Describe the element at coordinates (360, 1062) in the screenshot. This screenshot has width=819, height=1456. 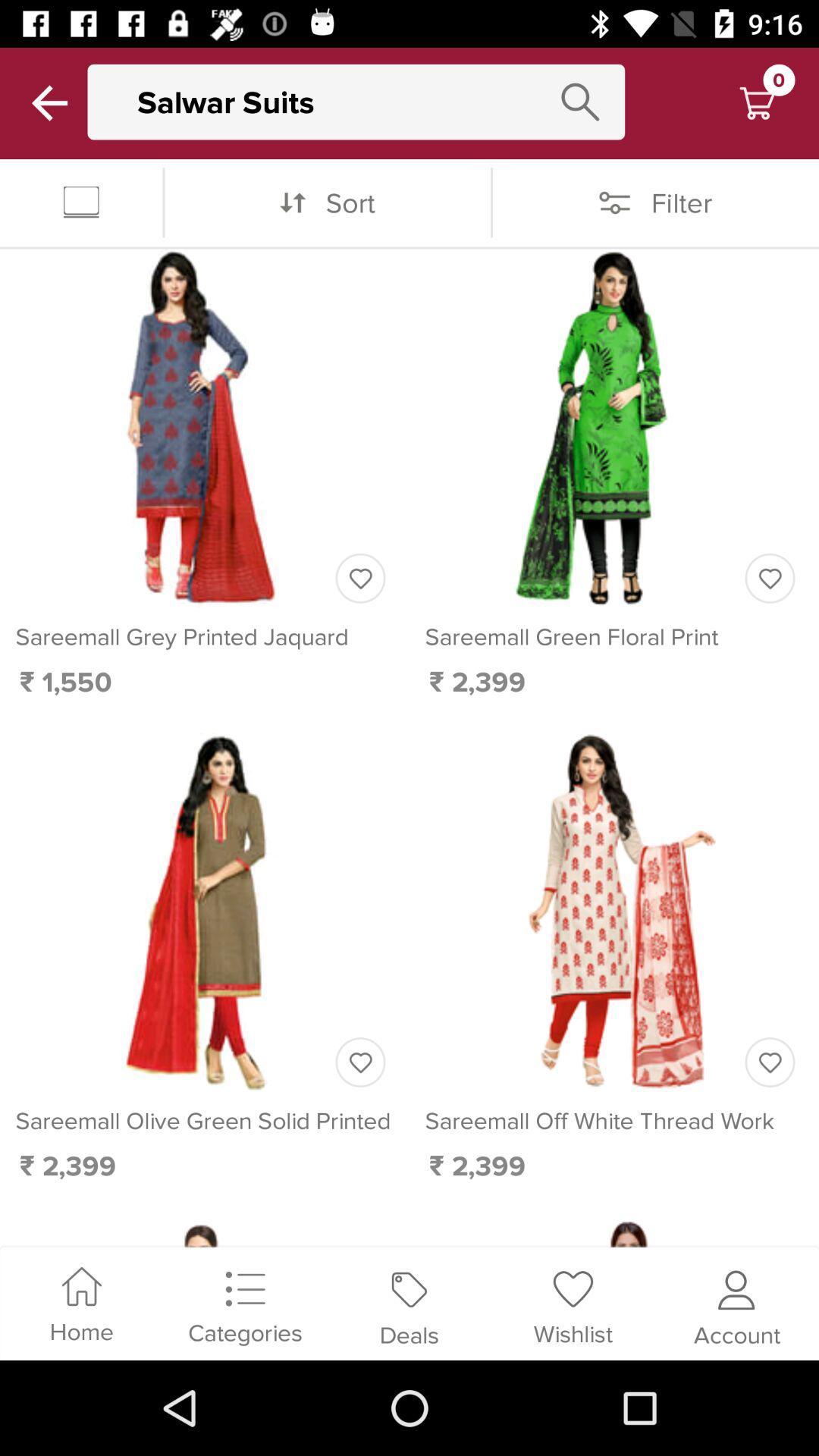
I see `like the product` at that location.